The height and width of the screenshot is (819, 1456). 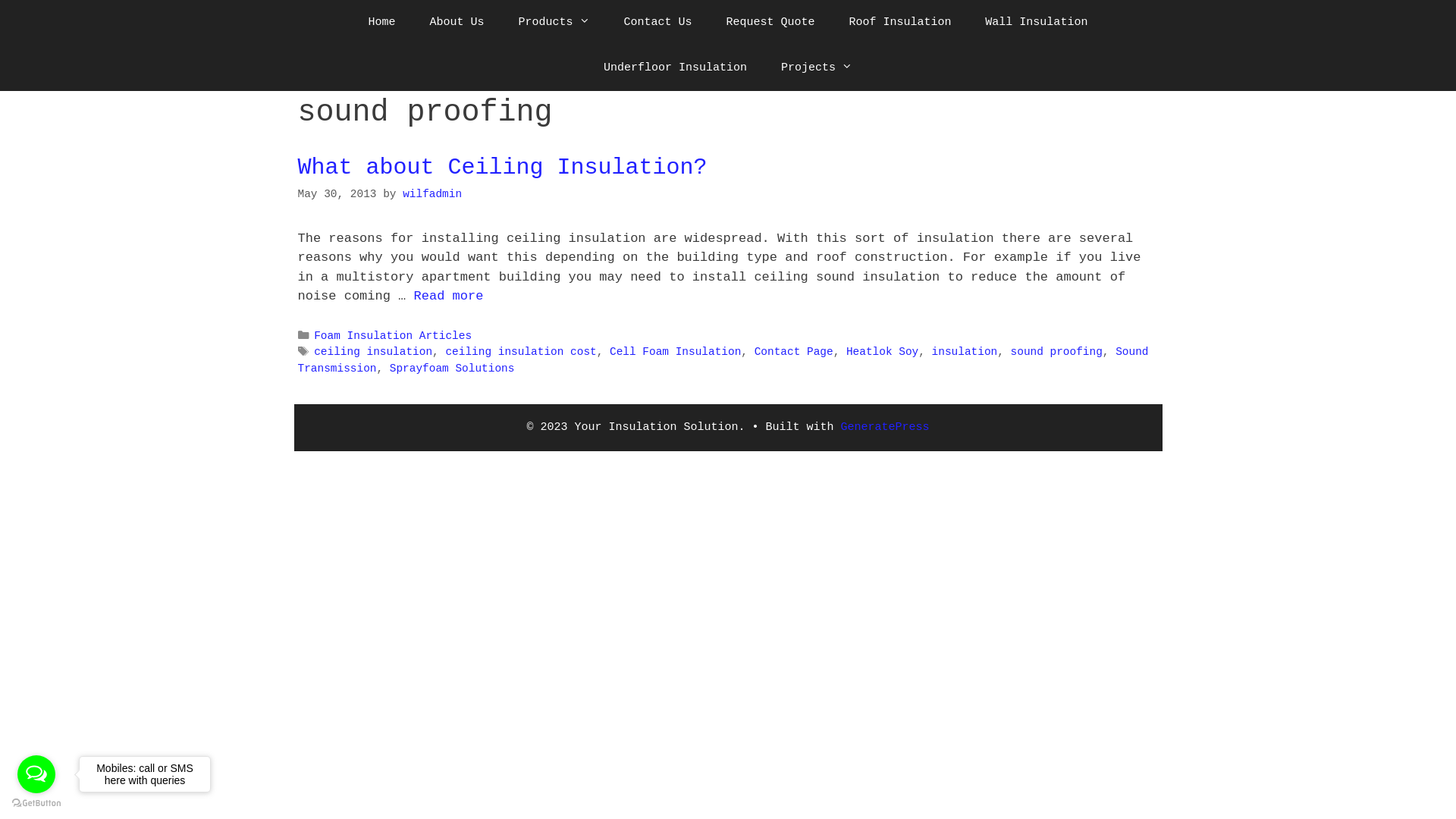 I want to click on 'Wall Insulation', so click(x=1035, y=23).